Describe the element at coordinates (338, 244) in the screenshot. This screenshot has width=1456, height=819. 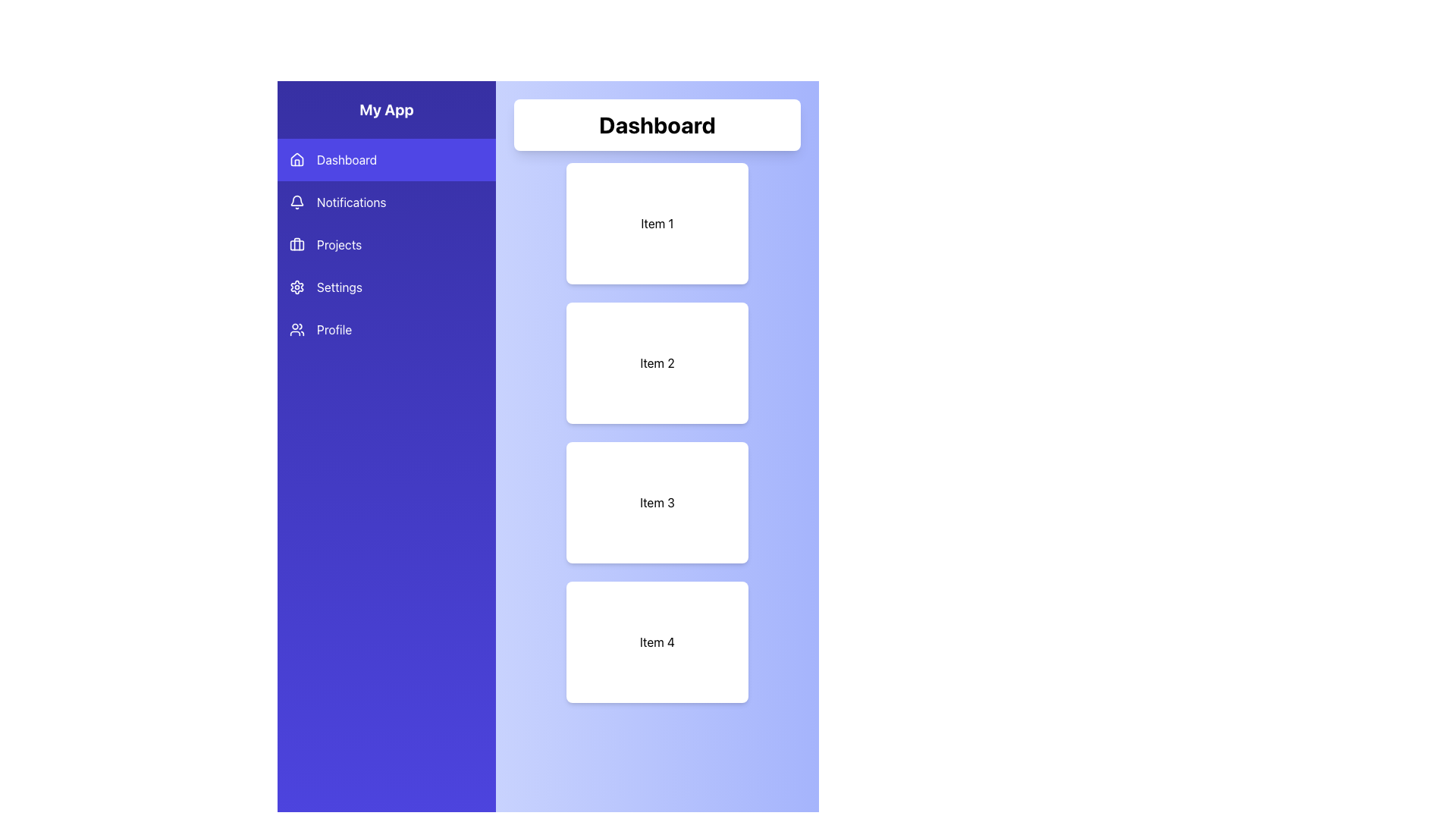
I see `the 'Projects' text label in the vertical navigation menu` at that location.